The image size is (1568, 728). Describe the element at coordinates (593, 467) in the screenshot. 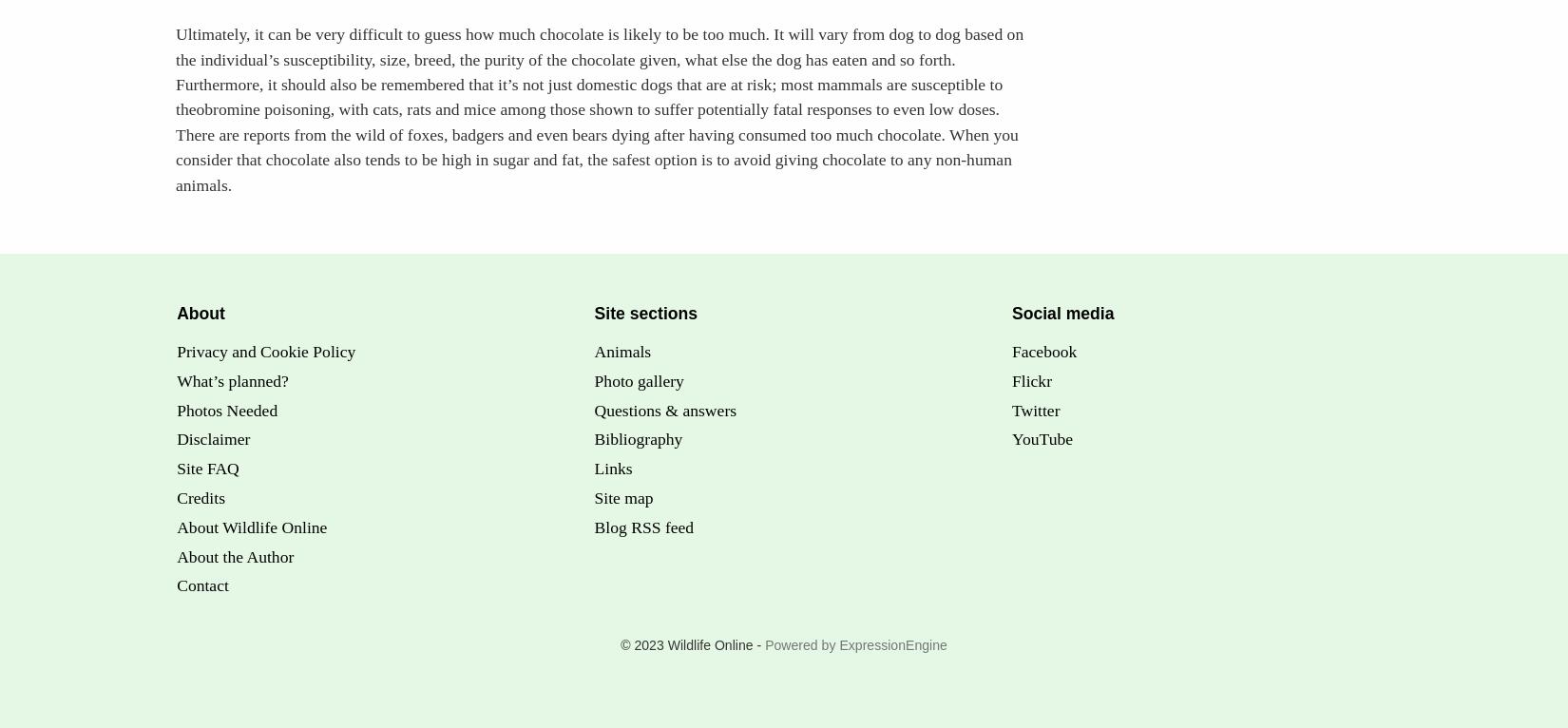

I see `'Links'` at that location.